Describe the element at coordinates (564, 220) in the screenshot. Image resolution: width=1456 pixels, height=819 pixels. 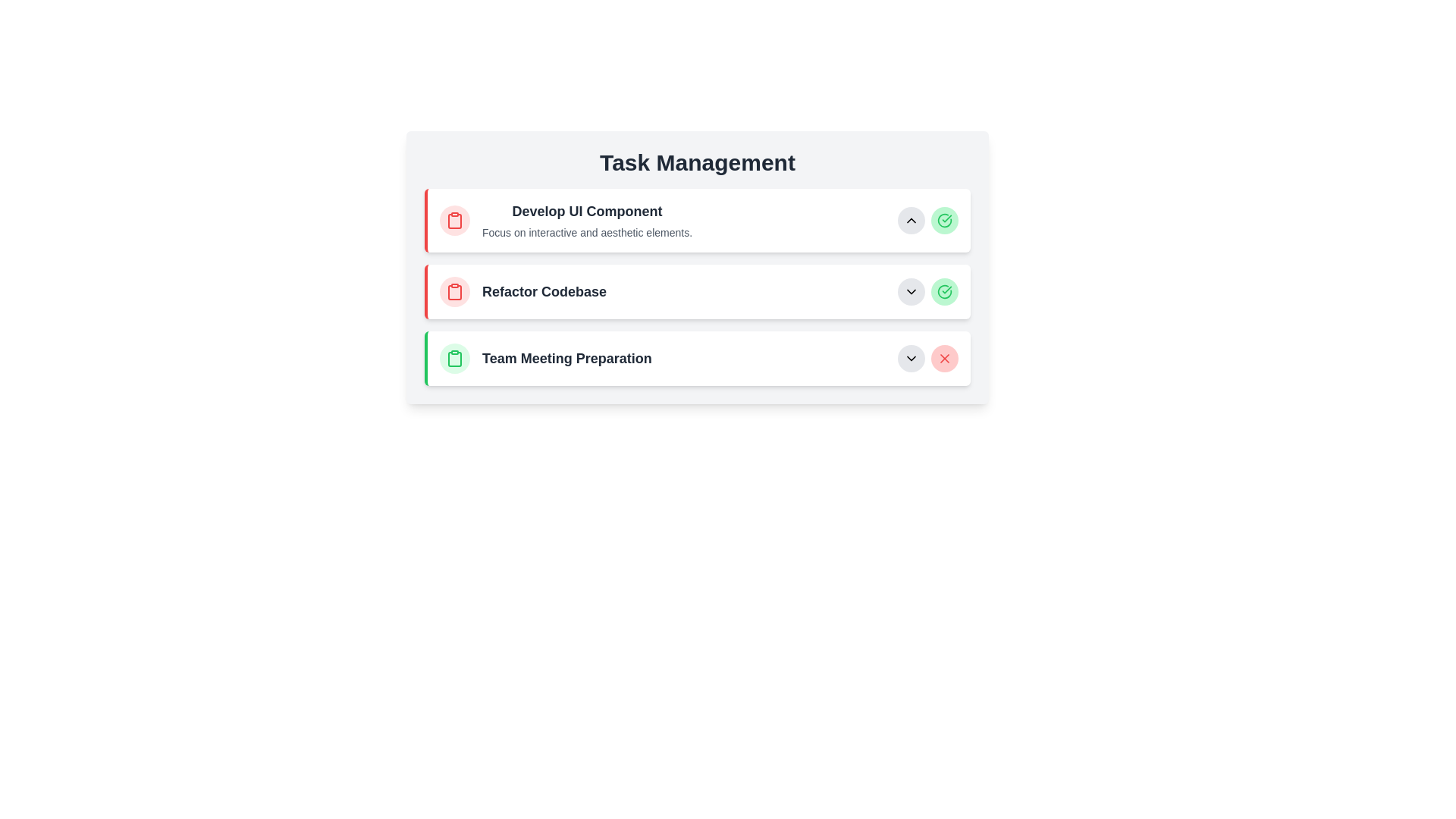
I see `to select the first task listed under the 'Task Management' section, which is represented as a List Item with Icon and Description` at that location.